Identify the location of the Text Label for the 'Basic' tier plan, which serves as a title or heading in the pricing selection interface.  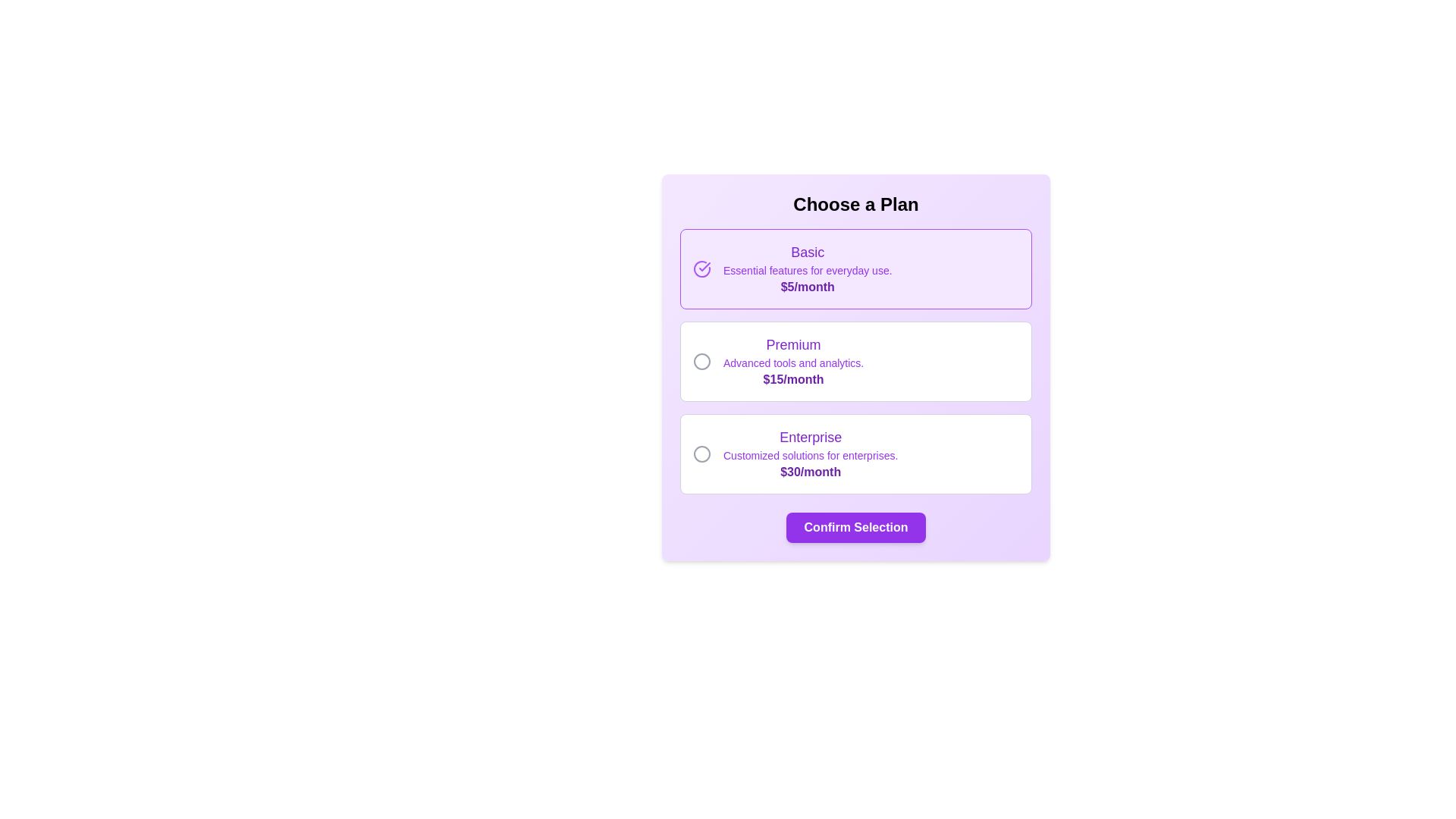
(807, 251).